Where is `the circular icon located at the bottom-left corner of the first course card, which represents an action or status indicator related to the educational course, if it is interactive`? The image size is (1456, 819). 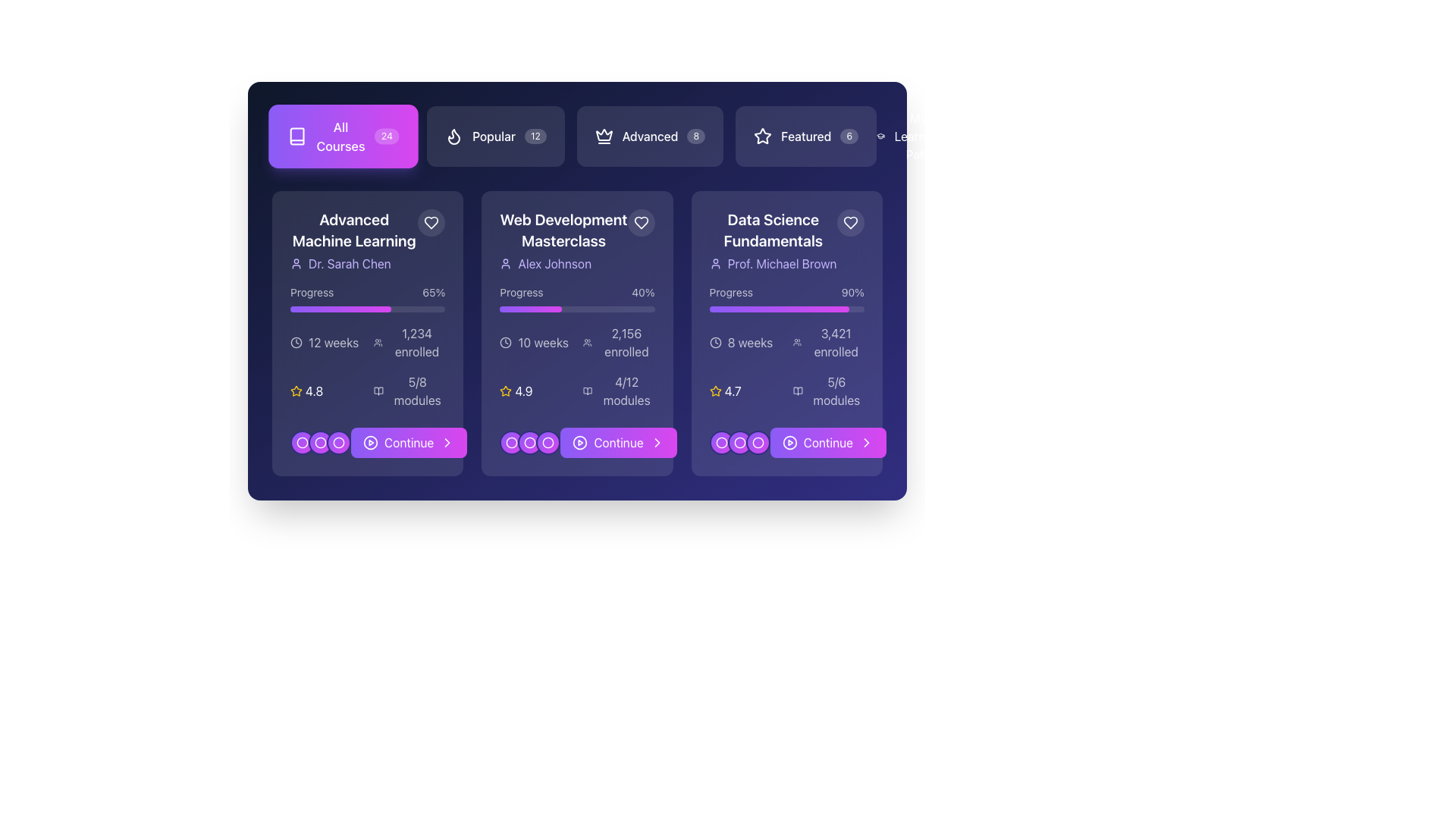 the circular icon located at the bottom-left corner of the first course card, which represents an action or status indicator related to the educational course, if it is interactive is located at coordinates (319, 442).